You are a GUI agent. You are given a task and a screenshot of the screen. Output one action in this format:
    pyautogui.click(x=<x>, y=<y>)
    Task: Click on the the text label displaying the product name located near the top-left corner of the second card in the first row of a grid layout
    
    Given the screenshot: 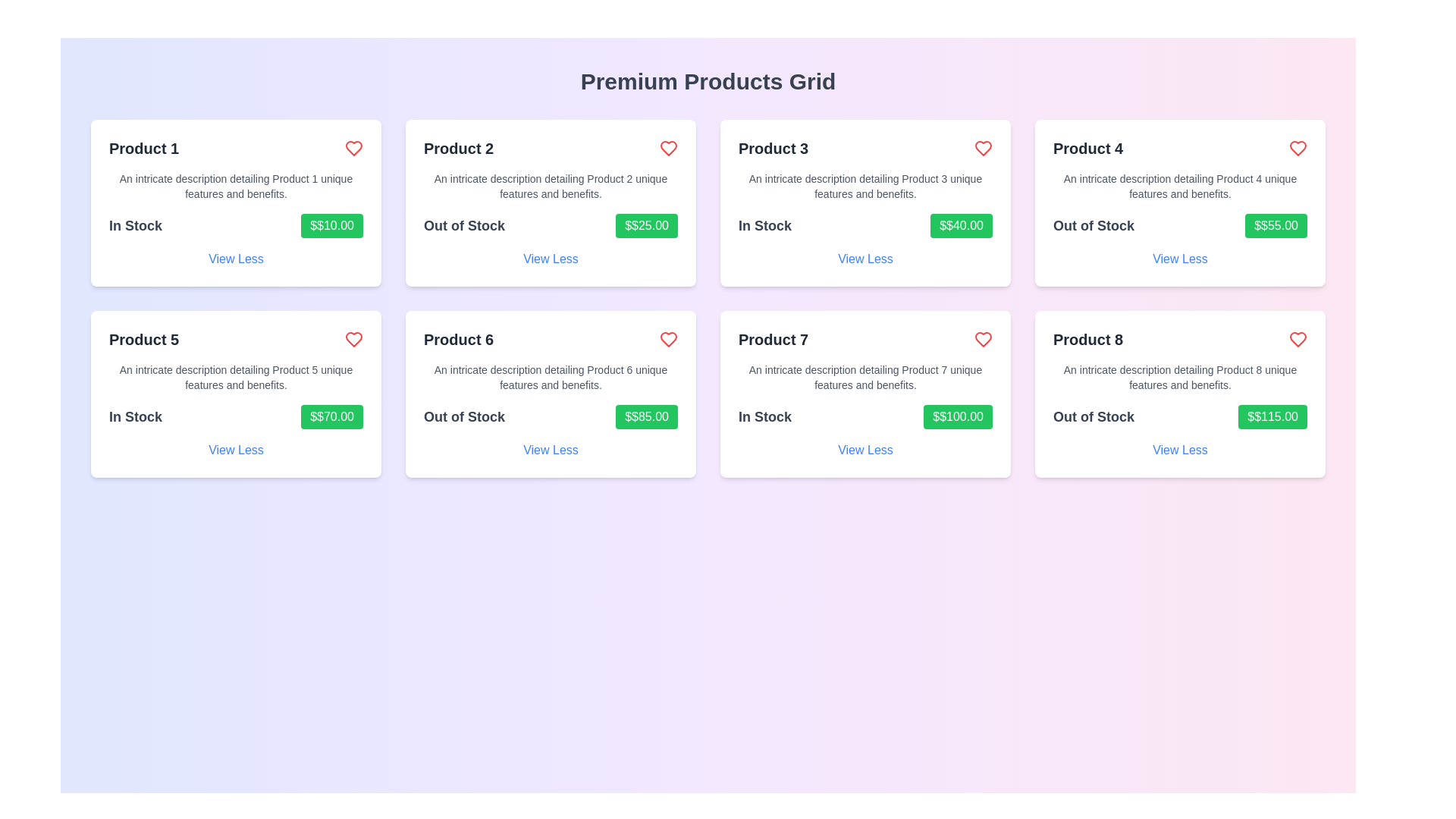 What is the action you would take?
    pyautogui.click(x=458, y=149)
    